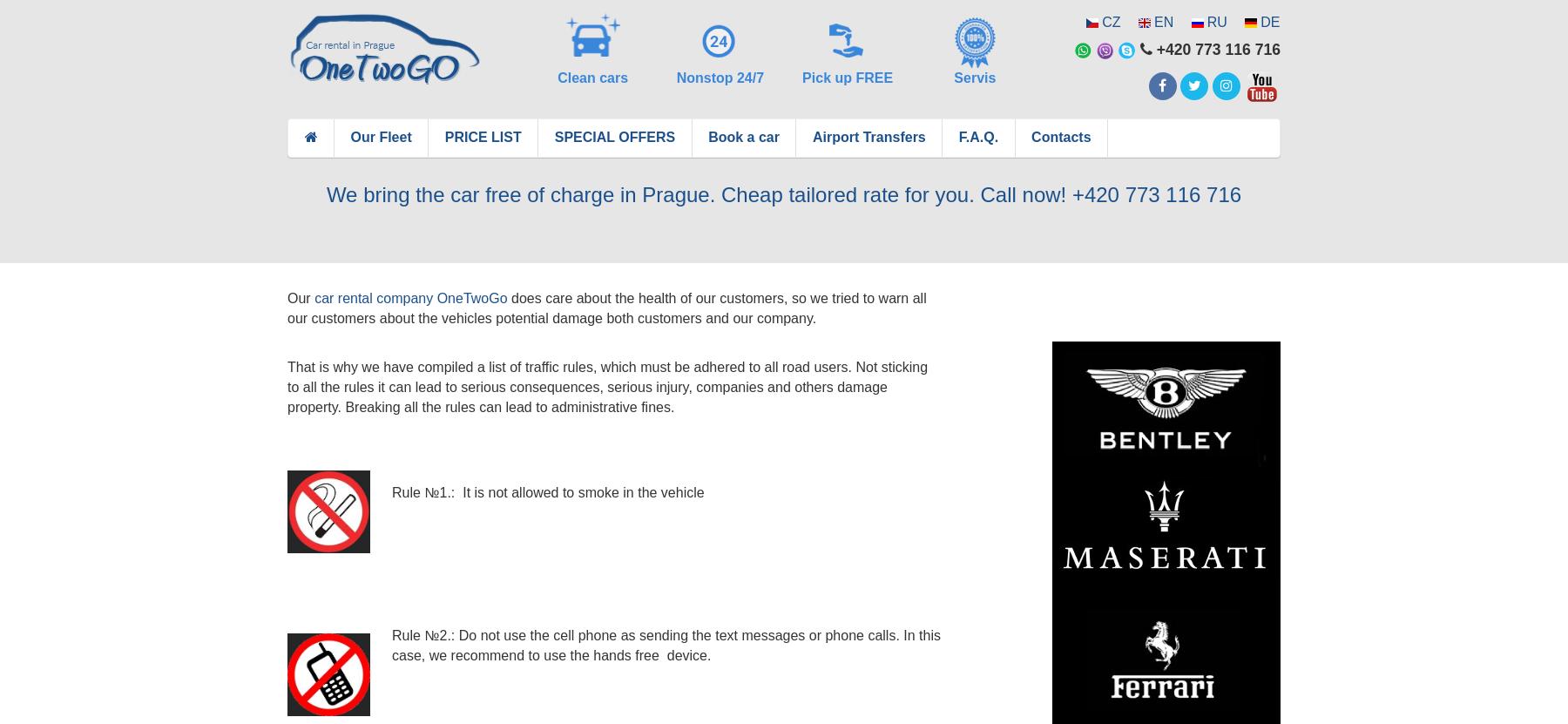  Describe the element at coordinates (1269, 22) in the screenshot. I see `'DE'` at that location.